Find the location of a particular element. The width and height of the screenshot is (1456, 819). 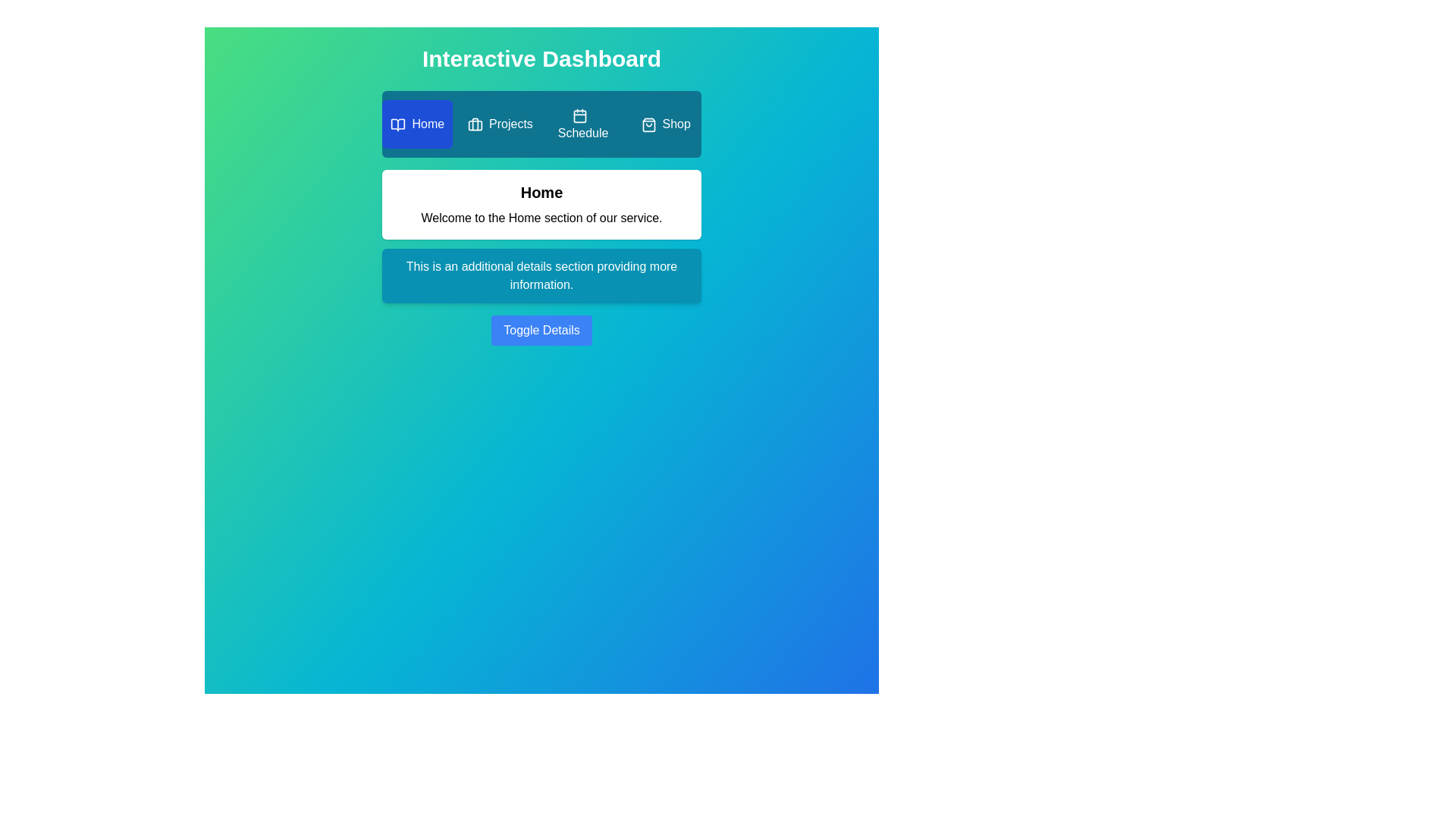

the icon of the Home tab to observe its context is located at coordinates (398, 124).